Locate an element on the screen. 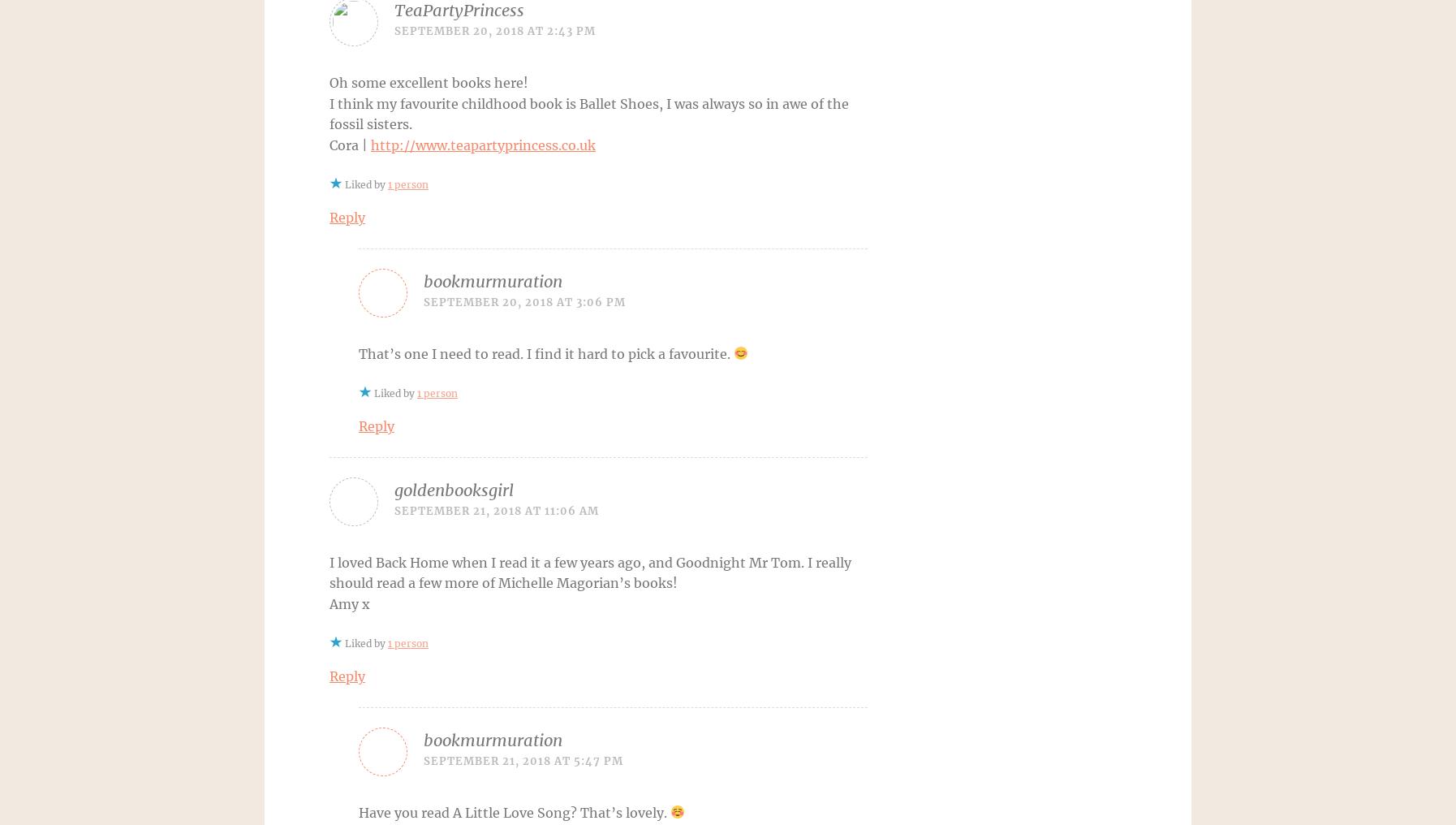  'Have you read A Little Love Song? That’s lovely.' is located at coordinates (514, 812).